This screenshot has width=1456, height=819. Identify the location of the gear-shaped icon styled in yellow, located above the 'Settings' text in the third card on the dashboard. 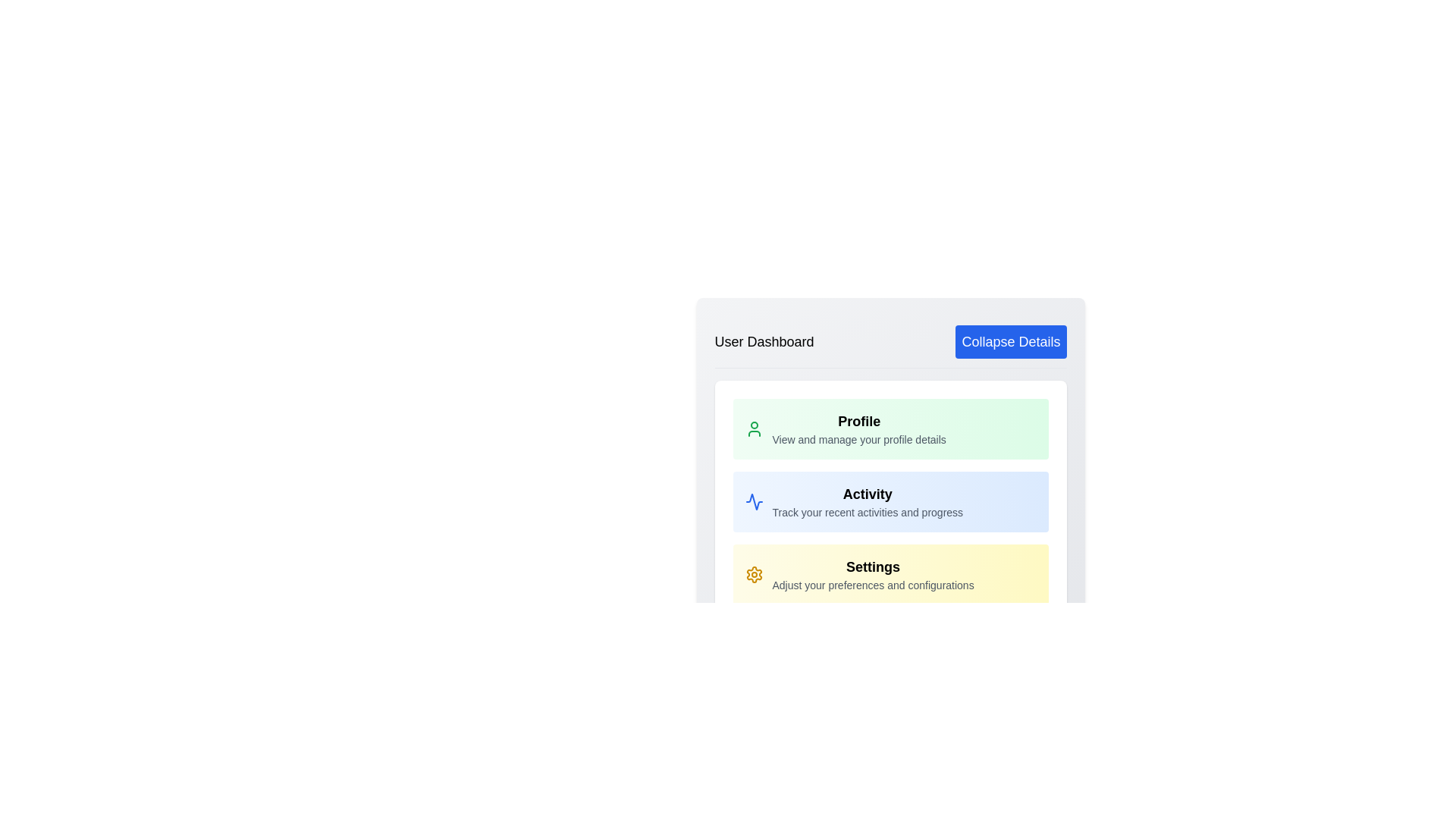
(754, 575).